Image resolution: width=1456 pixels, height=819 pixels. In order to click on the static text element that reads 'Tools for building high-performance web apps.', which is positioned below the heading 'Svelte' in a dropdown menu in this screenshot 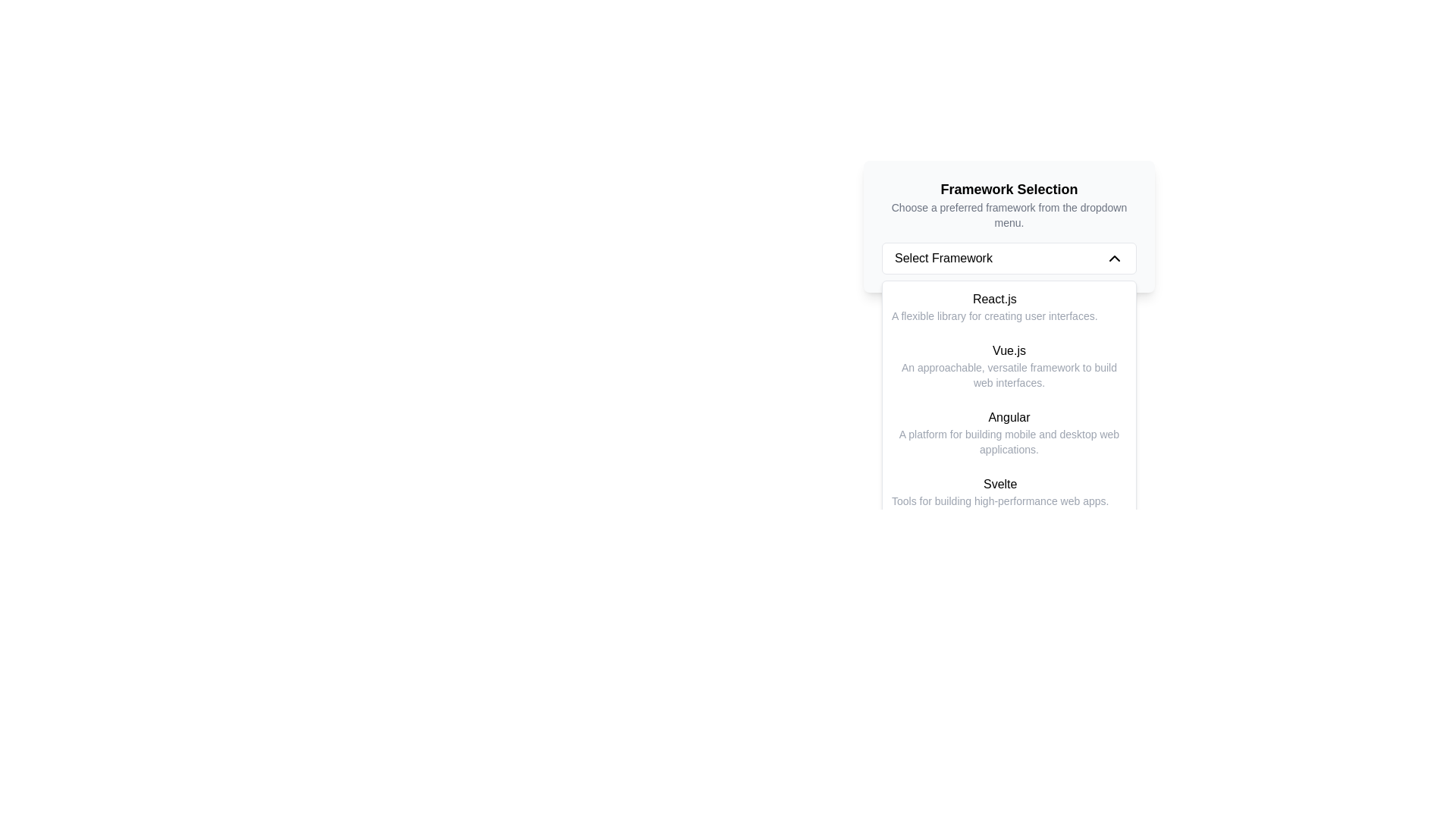, I will do `click(1000, 500)`.